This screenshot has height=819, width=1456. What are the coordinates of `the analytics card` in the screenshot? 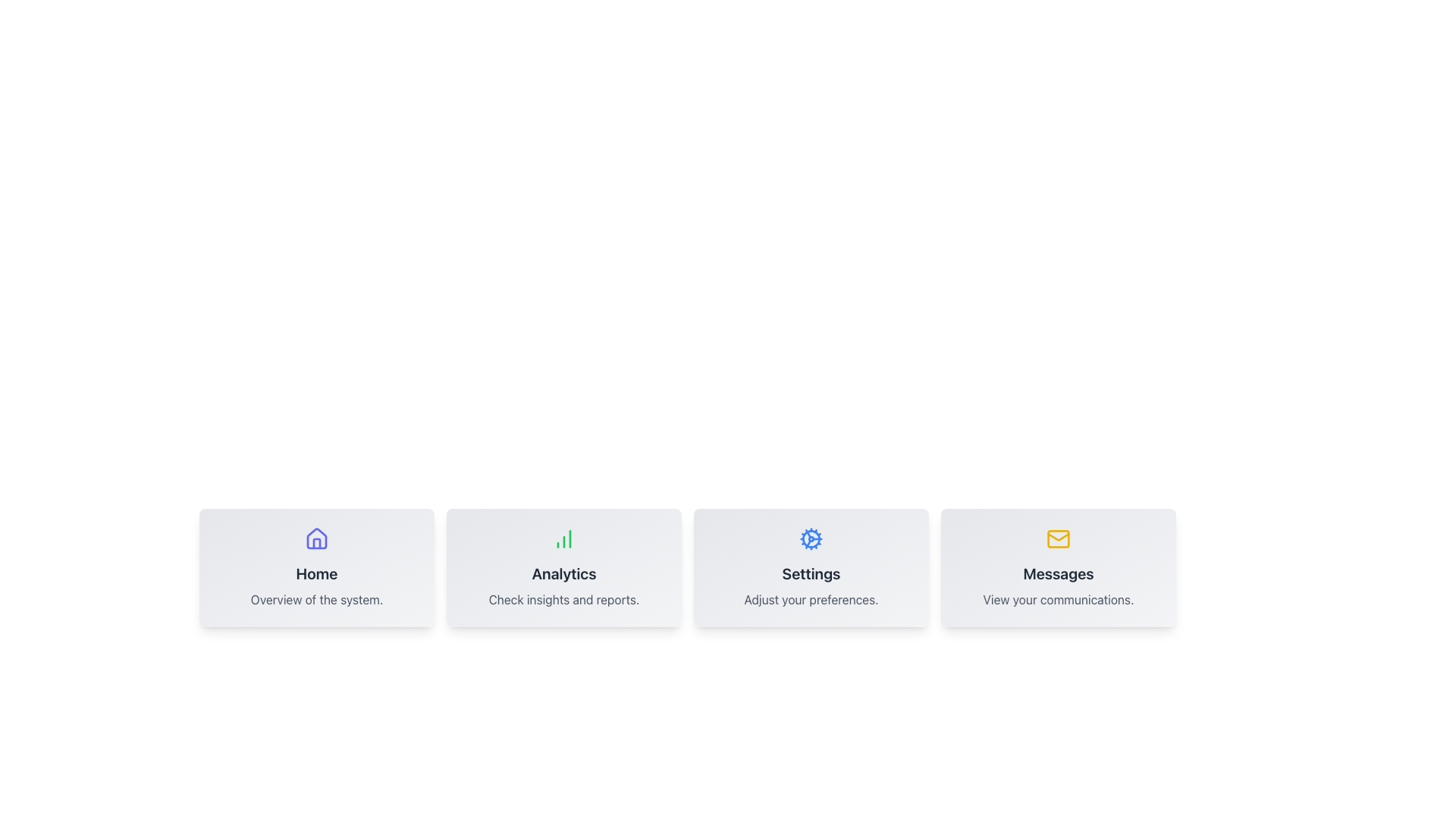 It's located at (563, 567).